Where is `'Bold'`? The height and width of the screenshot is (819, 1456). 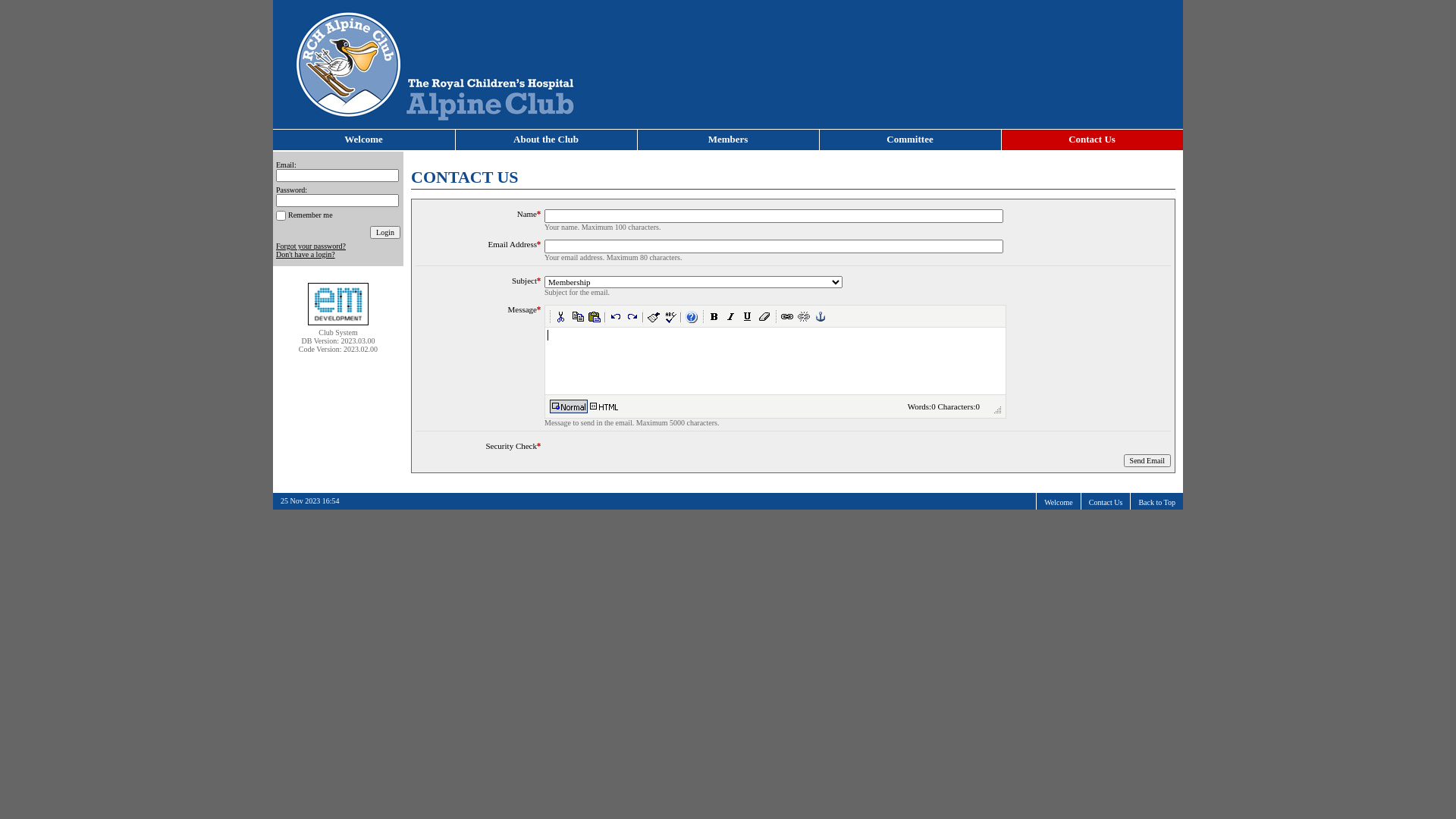 'Bold' is located at coordinates (713, 315).